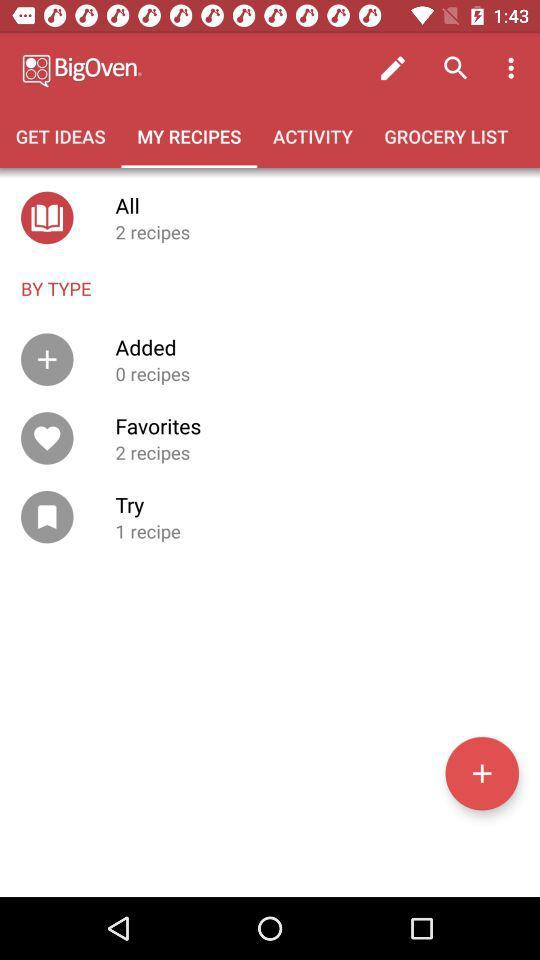  Describe the element at coordinates (481, 772) in the screenshot. I see `item at the bottom right corner` at that location.